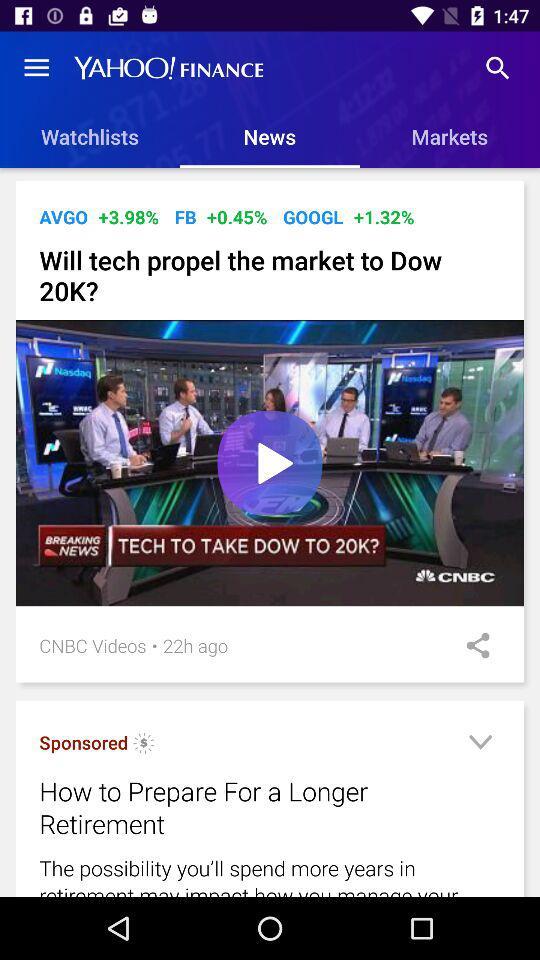 This screenshot has width=540, height=960. Describe the element at coordinates (143, 744) in the screenshot. I see `icon below the cnbc videos icon` at that location.